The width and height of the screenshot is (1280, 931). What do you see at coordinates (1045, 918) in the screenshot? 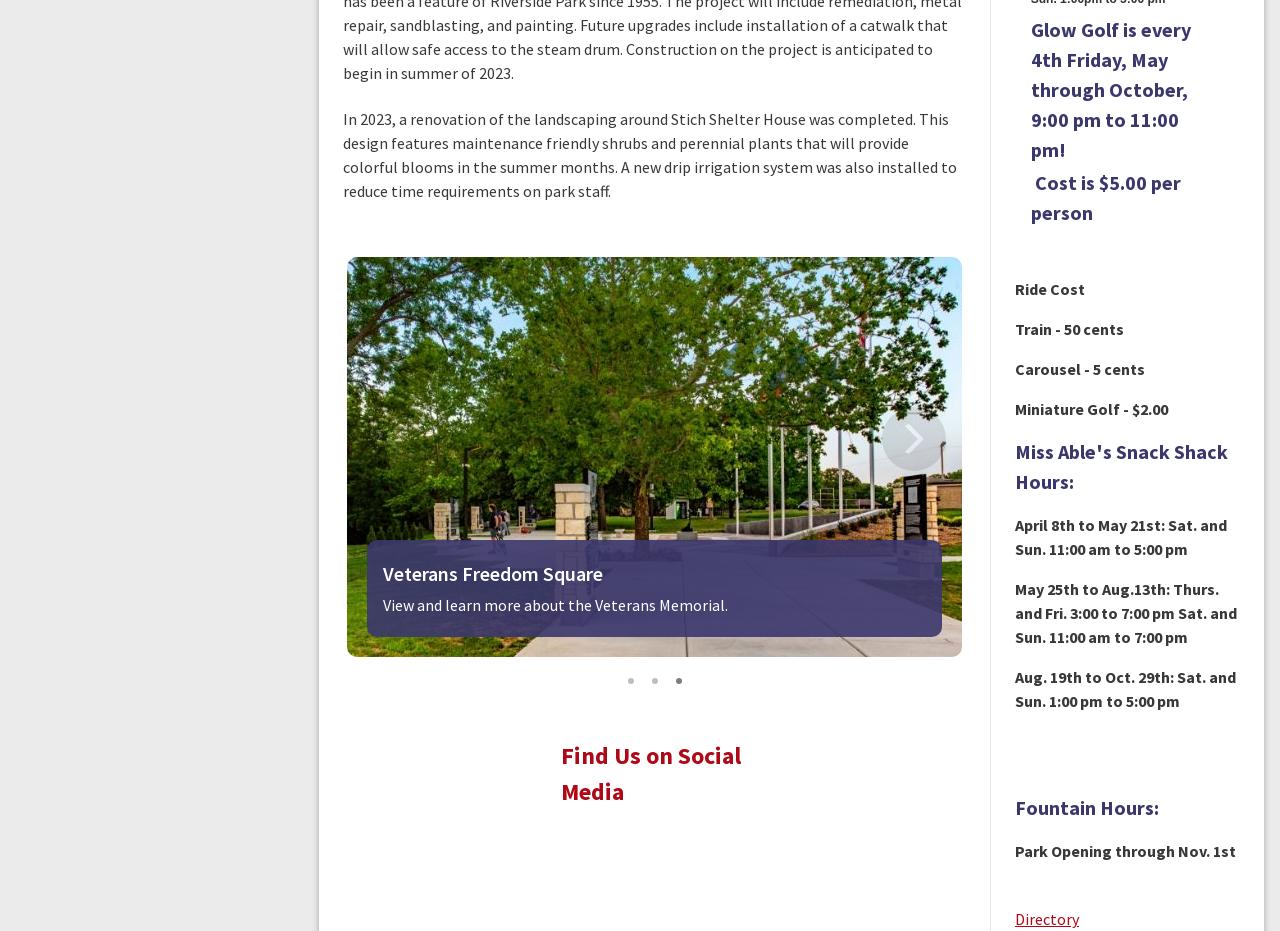
I see `'Directory'` at bounding box center [1045, 918].